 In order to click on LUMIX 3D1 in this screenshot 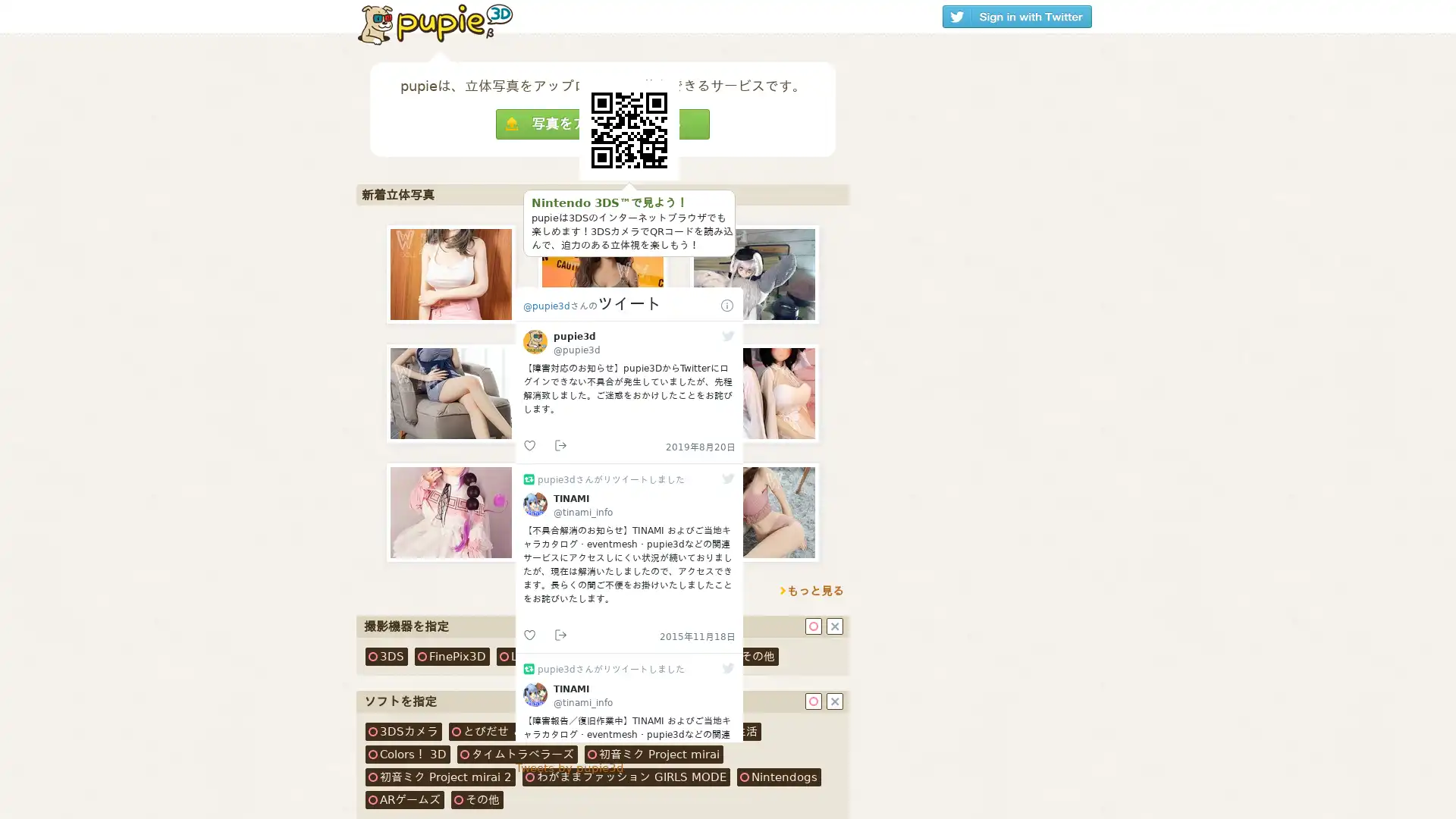, I will do `click(537, 656)`.